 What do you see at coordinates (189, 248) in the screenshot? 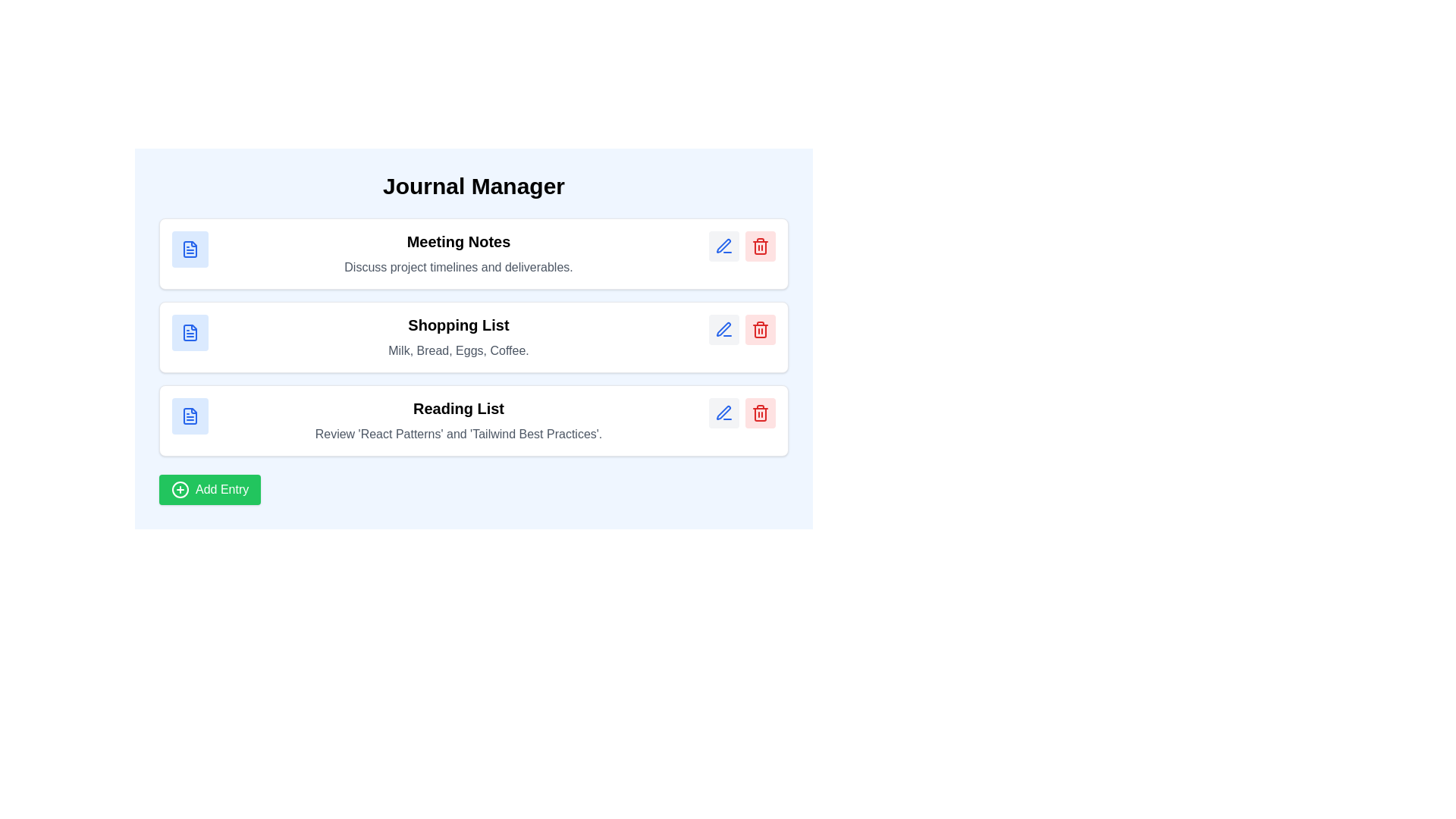
I see `the file icon representing 'Meeting Notes', which is located on the far left side of the entry box` at bounding box center [189, 248].